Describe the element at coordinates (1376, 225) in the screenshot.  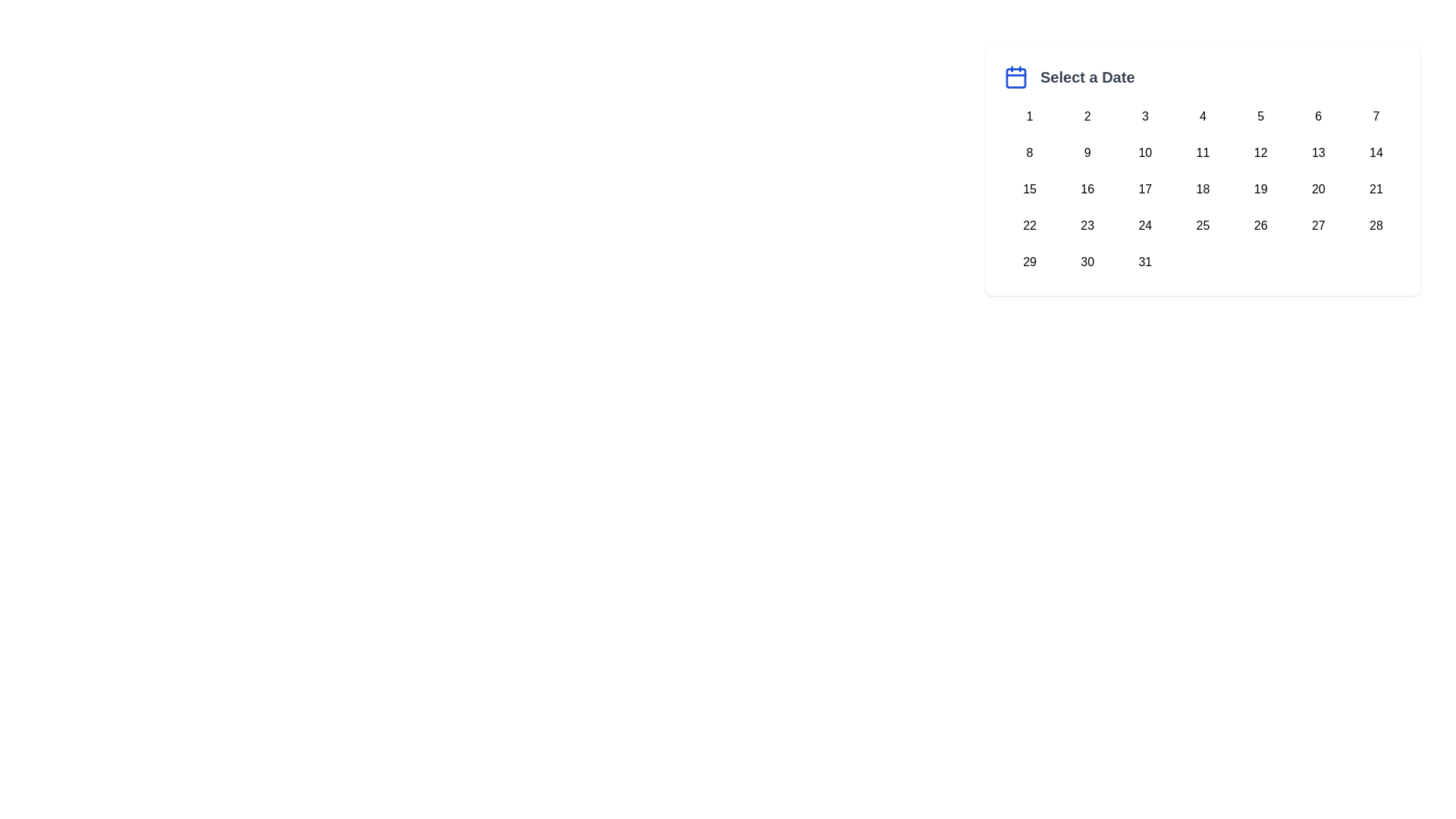
I see `the button labeled '28' which is a small rectangular button with rounded corners located in the bottom-right corner of the grid layout` at that location.